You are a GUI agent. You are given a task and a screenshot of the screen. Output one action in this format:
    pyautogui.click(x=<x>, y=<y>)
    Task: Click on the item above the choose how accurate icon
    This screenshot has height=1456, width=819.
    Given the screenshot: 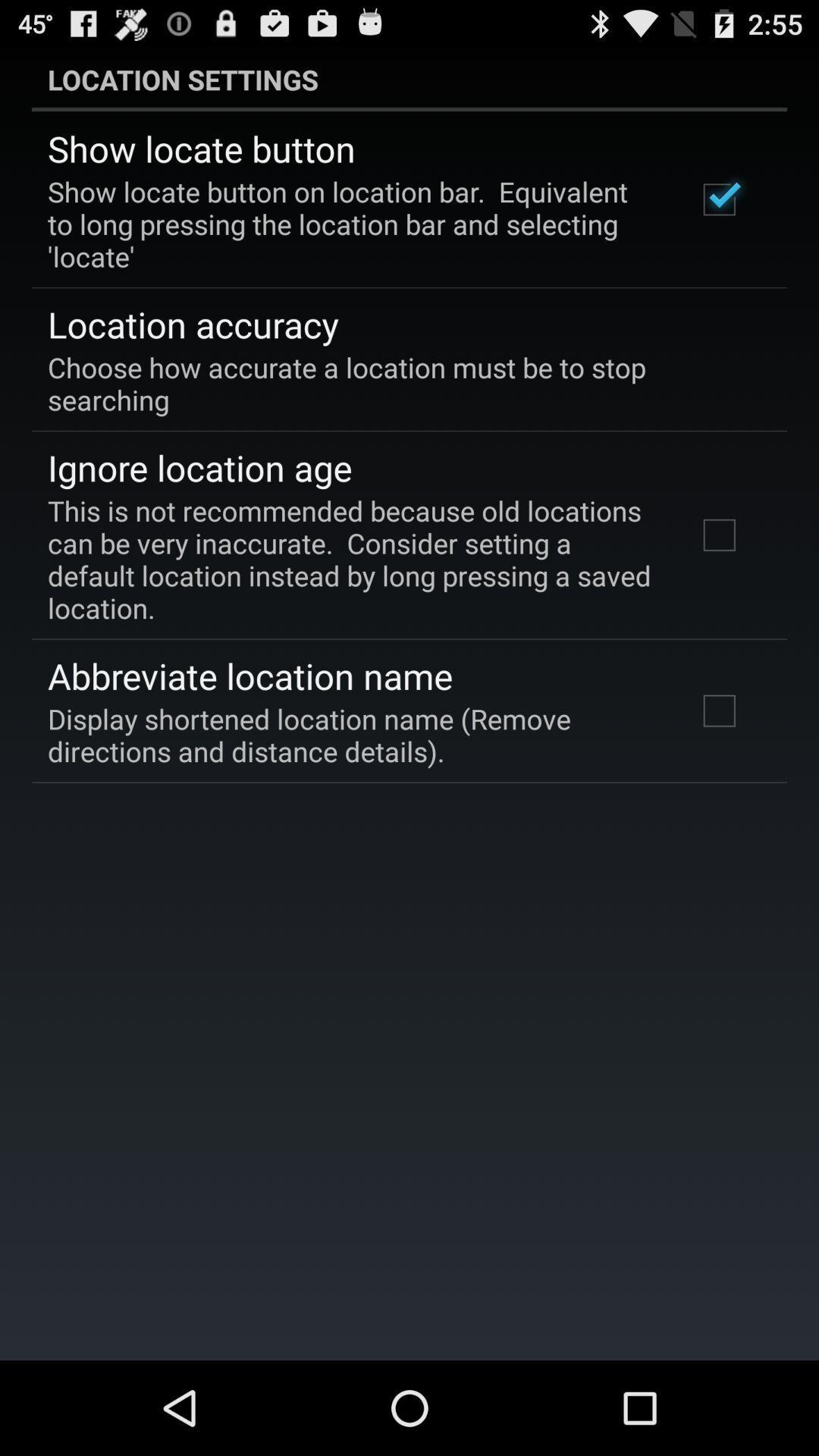 What is the action you would take?
    pyautogui.click(x=192, y=323)
    